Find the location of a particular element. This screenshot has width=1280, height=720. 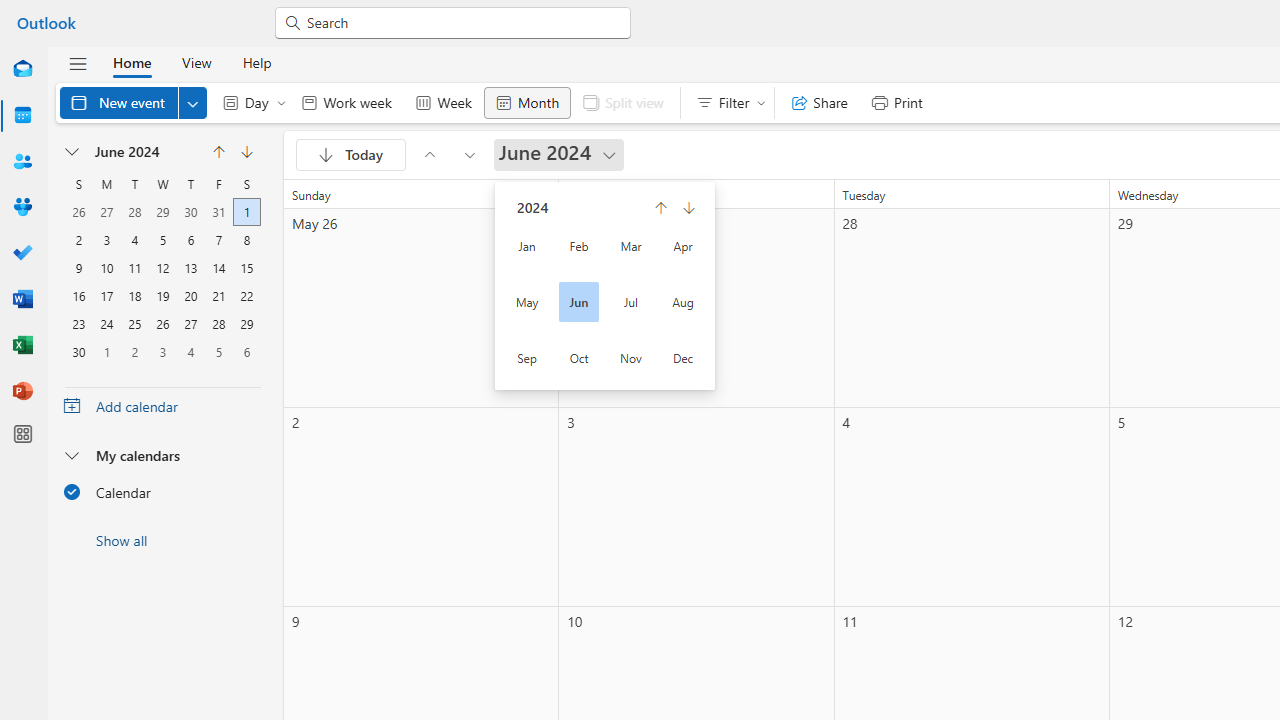

'16, June, 2024' is located at coordinates (79, 294).